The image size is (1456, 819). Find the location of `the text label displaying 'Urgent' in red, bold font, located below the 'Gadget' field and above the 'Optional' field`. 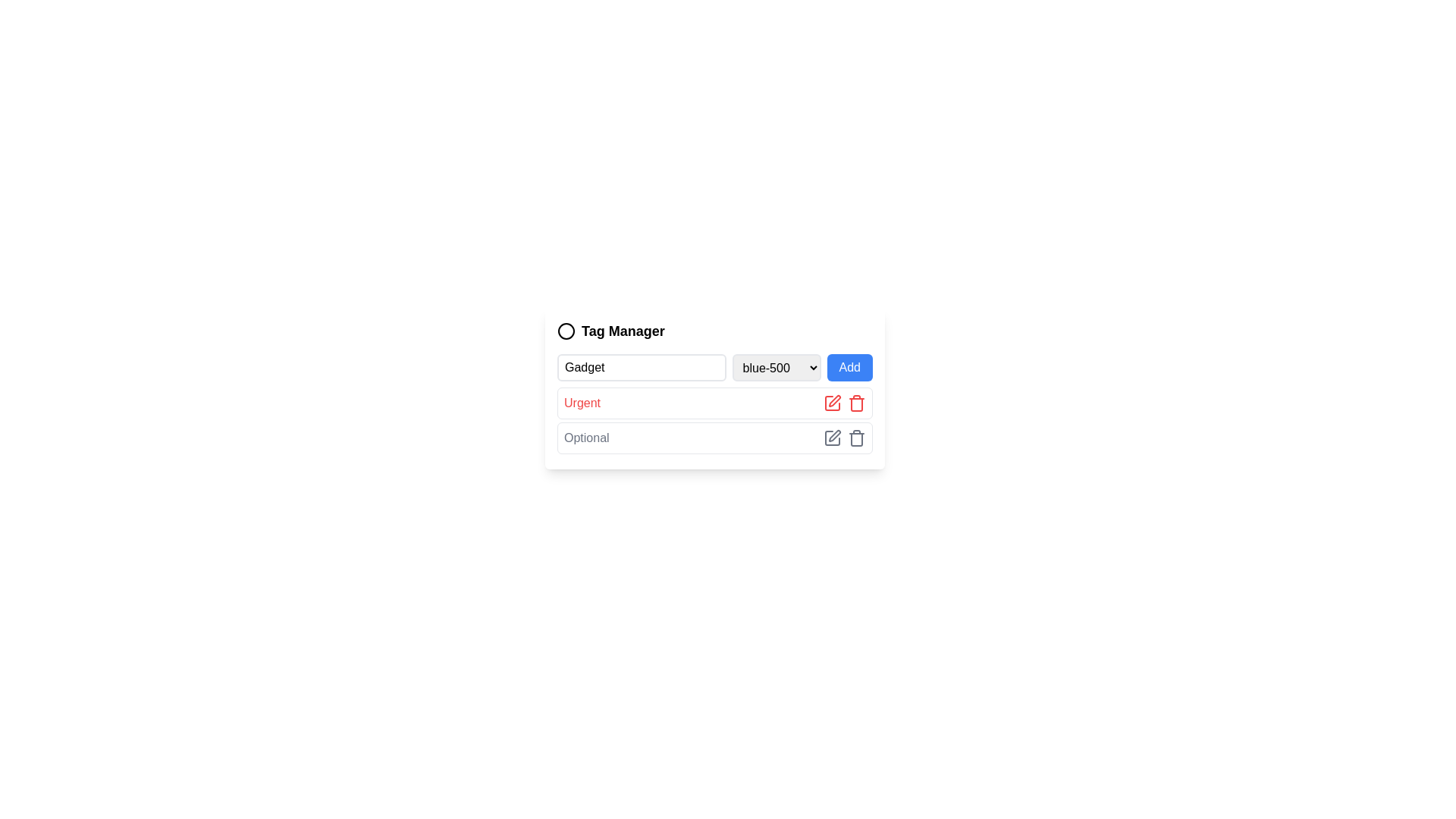

the text label displaying 'Urgent' in red, bold font, located below the 'Gadget' field and above the 'Optional' field is located at coordinates (582, 403).